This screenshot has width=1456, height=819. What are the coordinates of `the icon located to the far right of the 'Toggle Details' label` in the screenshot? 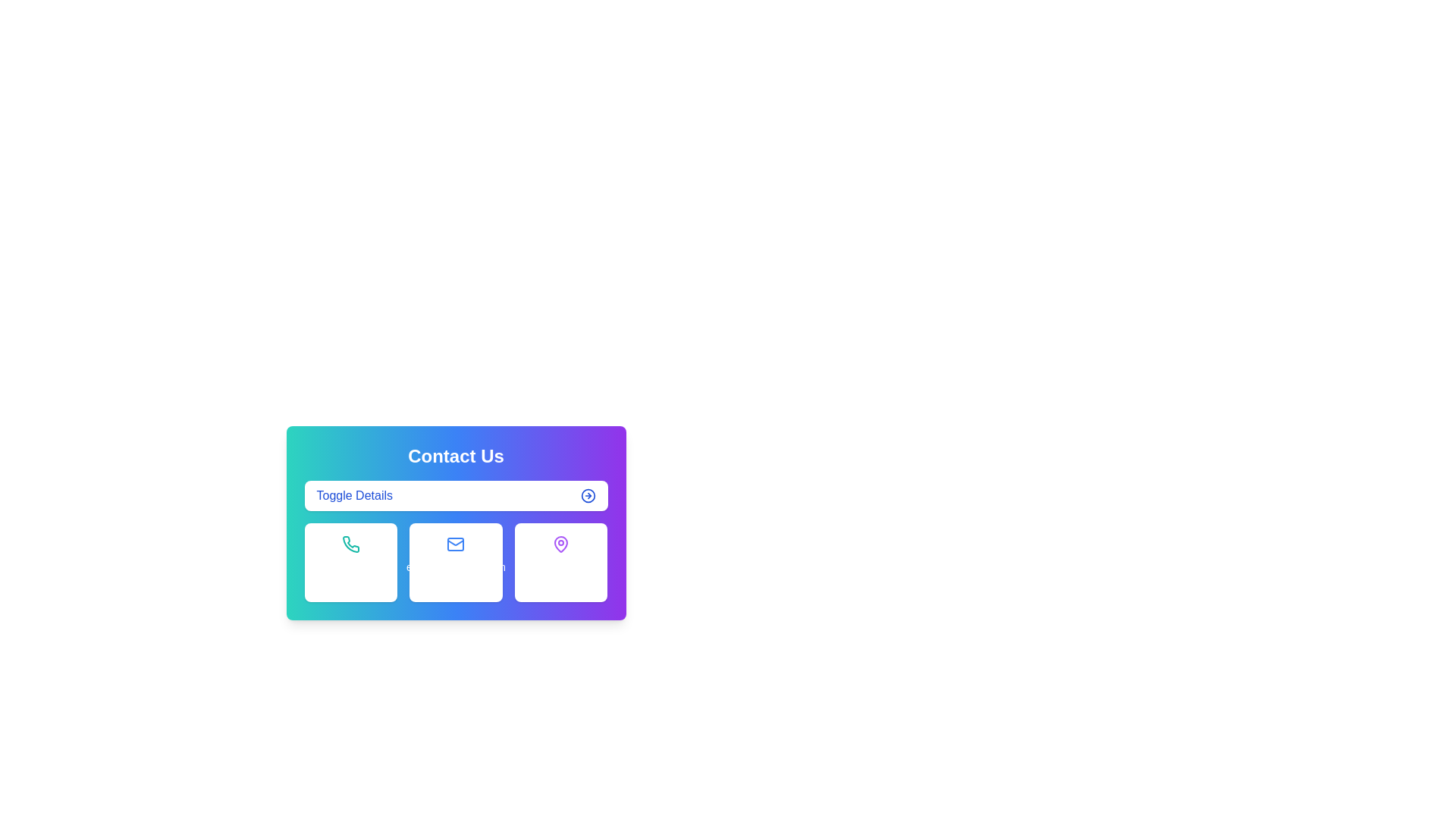 It's located at (587, 496).